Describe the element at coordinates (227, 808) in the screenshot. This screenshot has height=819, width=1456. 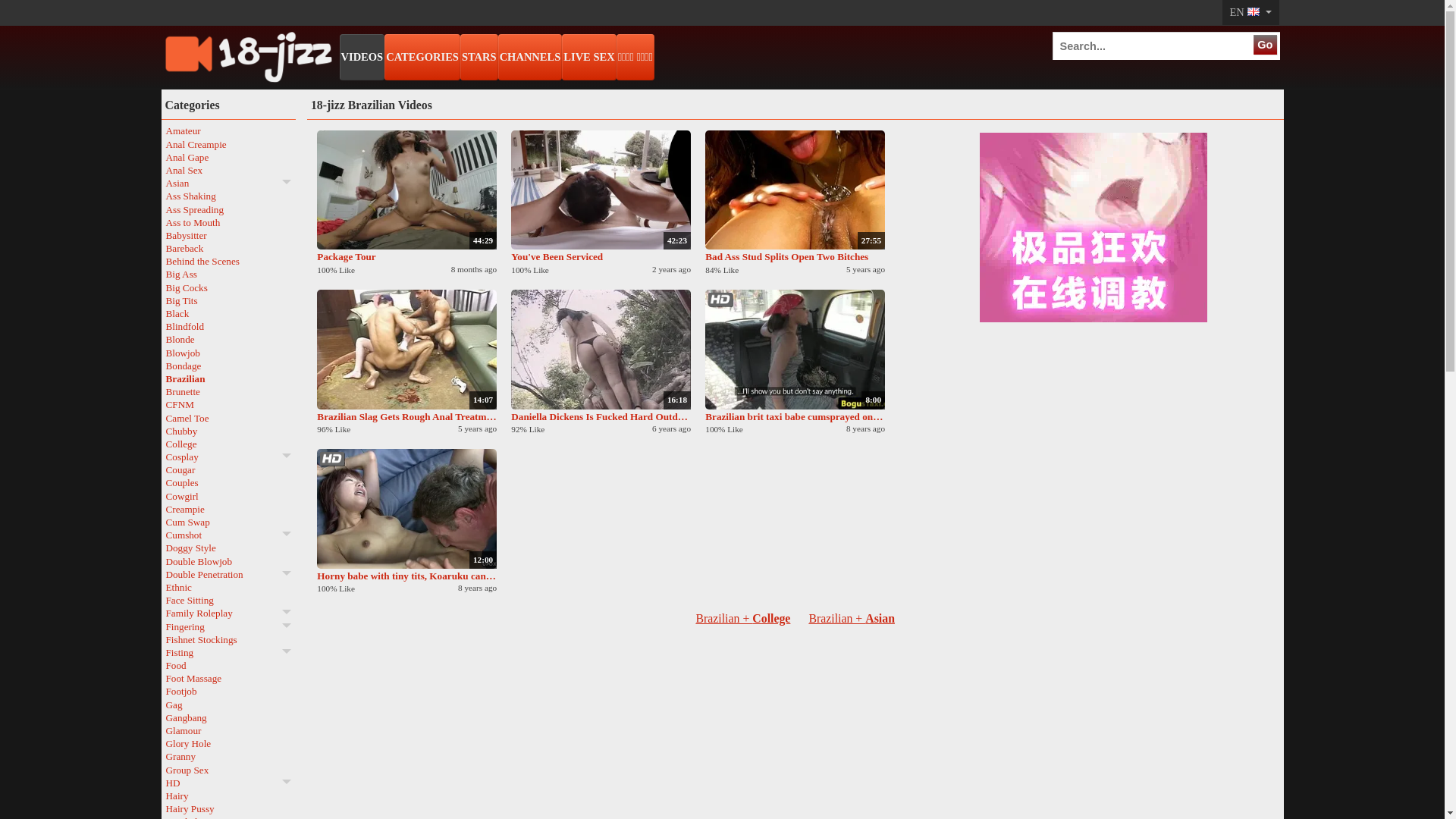
I see `'Hairy Pussy'` at that location.